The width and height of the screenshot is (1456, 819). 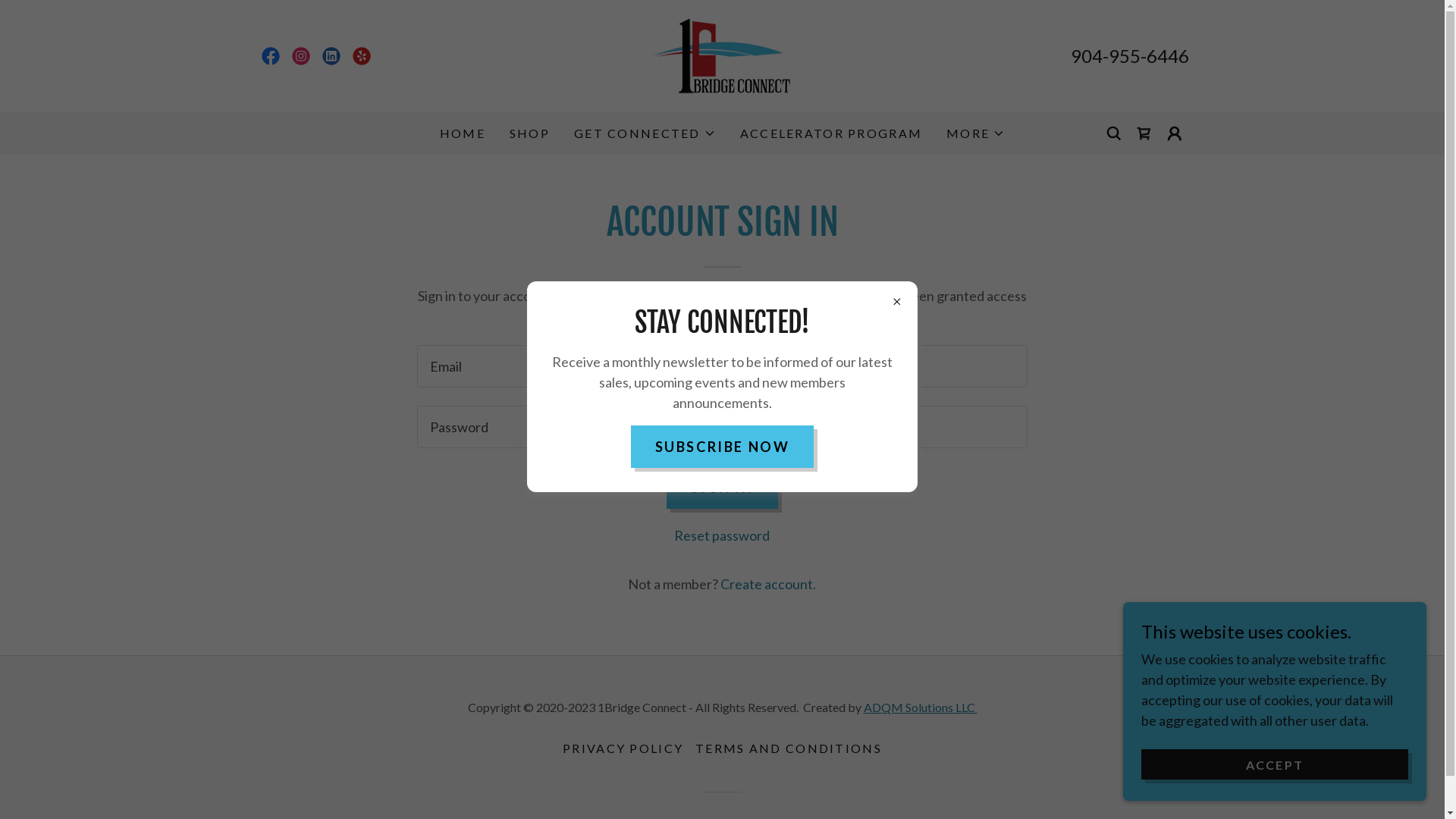 What do you see at coordinates (645, 133) in the screenshot?
I see `'GET CONNECTED'` at bounding box center [645, 133].